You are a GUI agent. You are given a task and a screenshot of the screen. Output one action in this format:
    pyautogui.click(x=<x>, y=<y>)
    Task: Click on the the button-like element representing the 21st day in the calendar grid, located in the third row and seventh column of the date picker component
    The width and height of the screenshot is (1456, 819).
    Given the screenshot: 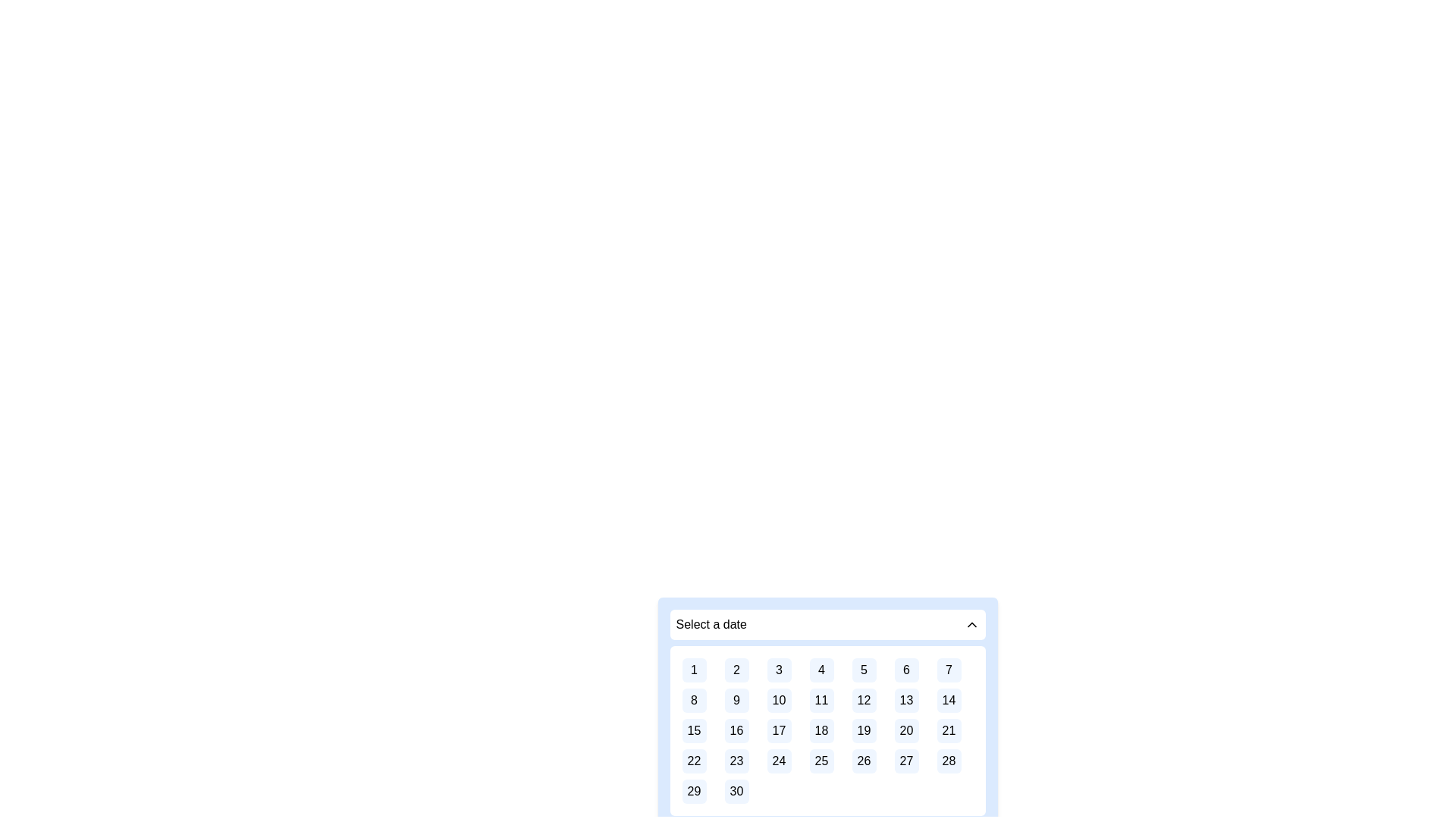 What is the action you would take?
    pyautogui.click(x=948, y=730)
    